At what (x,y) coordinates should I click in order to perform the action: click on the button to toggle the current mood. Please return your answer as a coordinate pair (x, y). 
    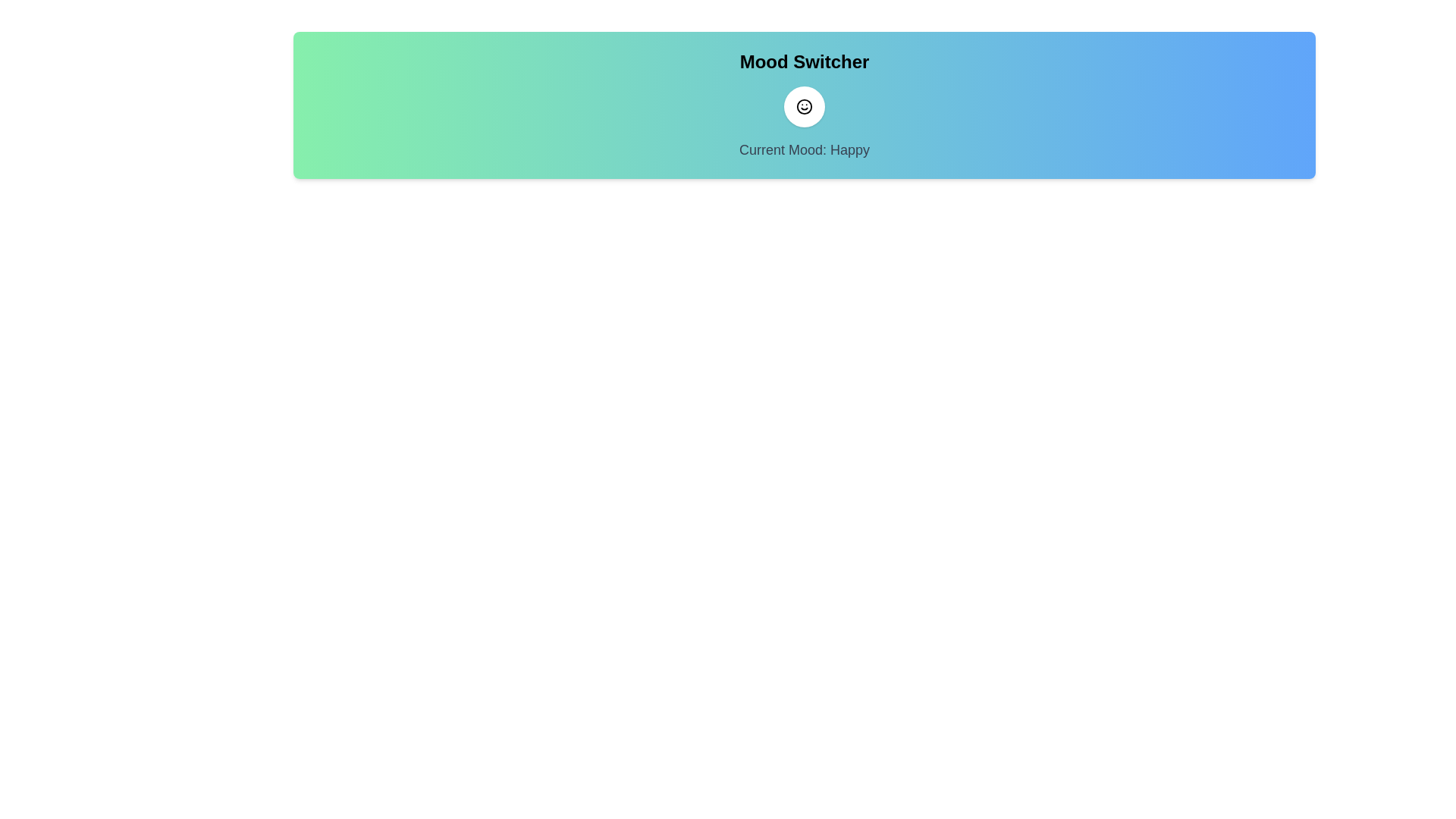
    Looking at the image, I should click on (803, 106).